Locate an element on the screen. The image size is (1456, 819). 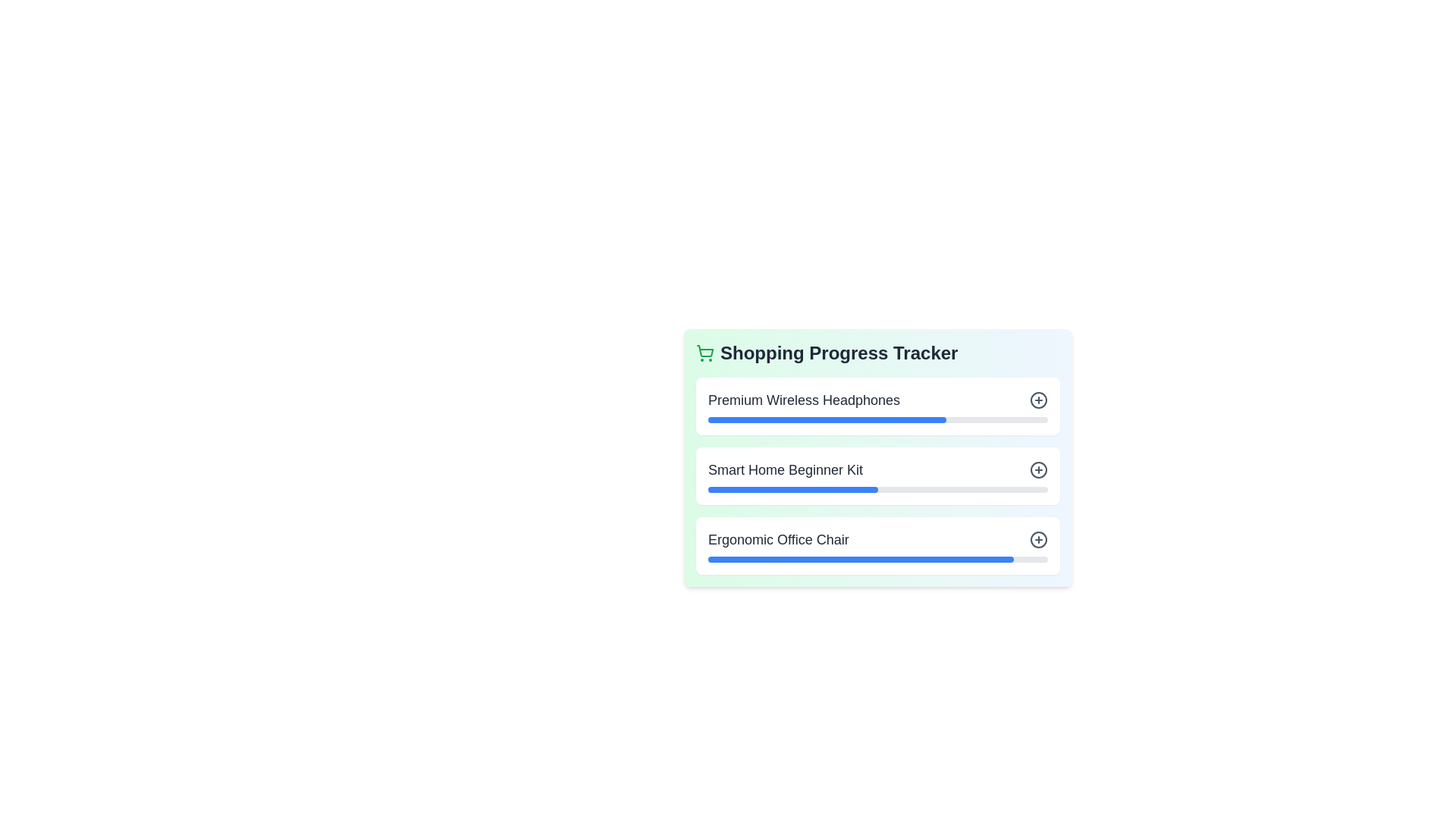
the text 'Premium Wireless Headphones' in the first row of the 'Shopping Progress Tracker' card is located at coordinates (877, 400).